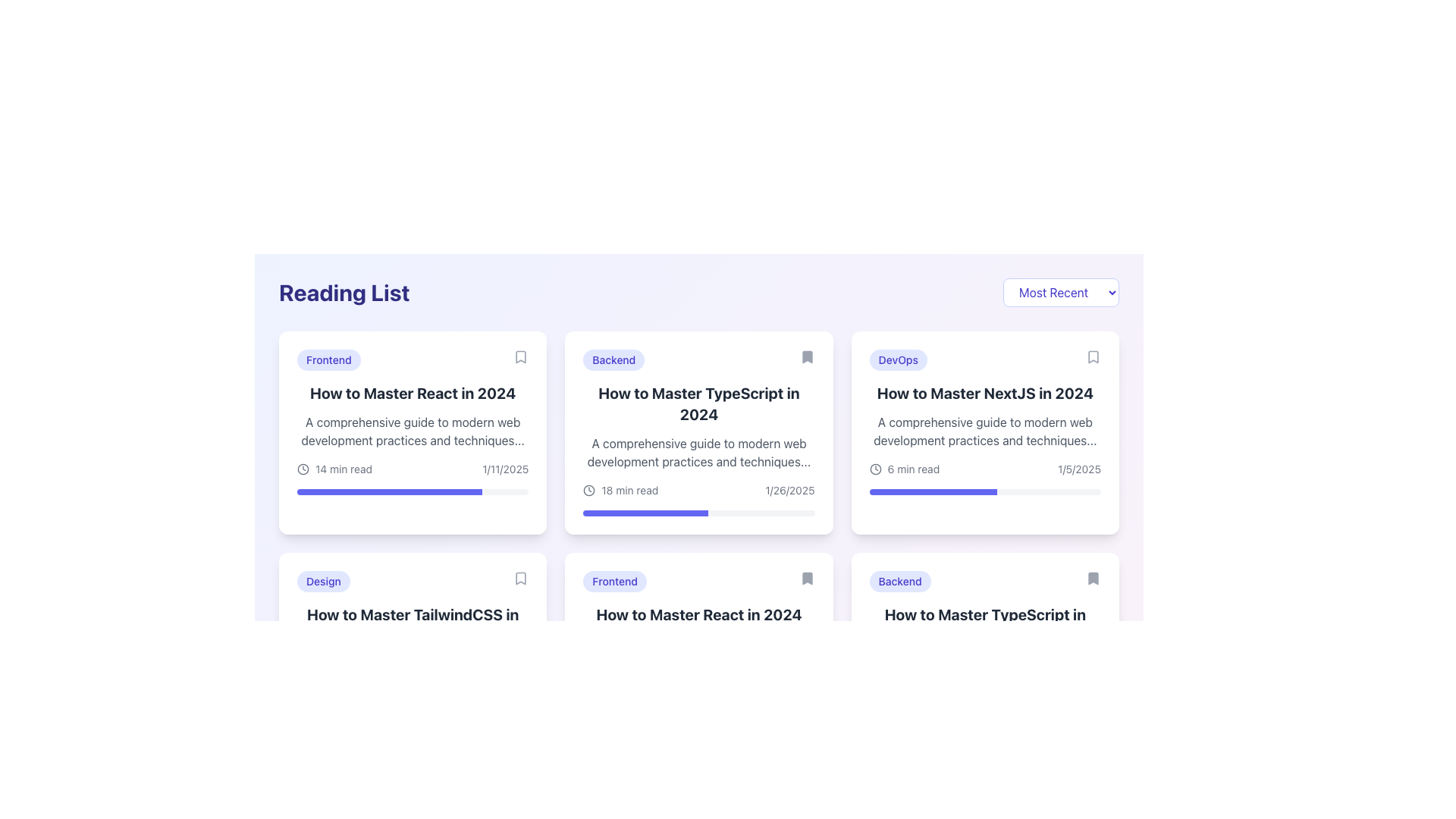  Describe the element at coordinates (413, 431) in the screenshot. I see `text description located below the title 'How to Master React in 2024' within the card component, positioned between the title and metadata about the reading time and date` at that location.